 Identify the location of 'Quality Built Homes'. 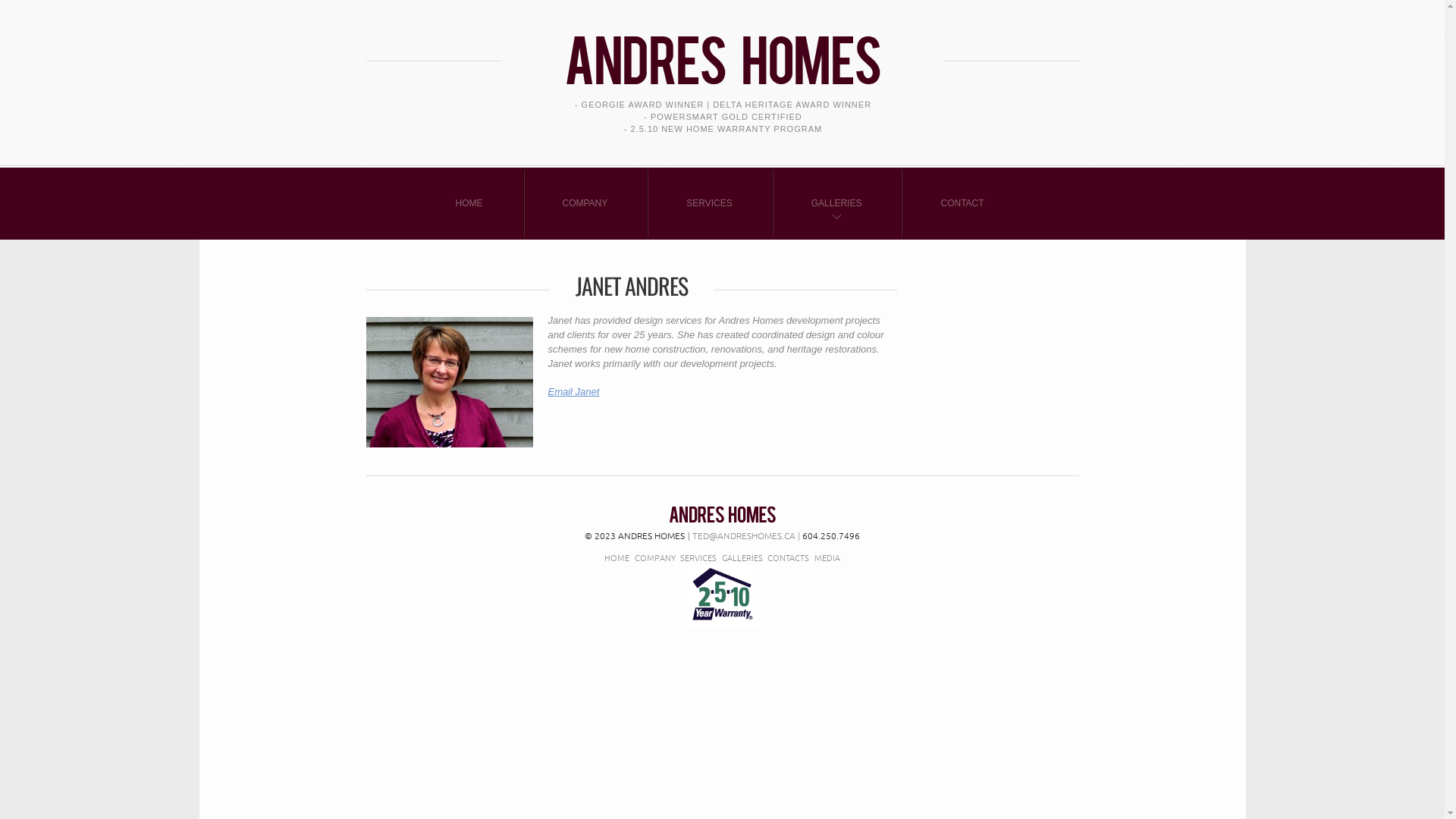
(668, 513).